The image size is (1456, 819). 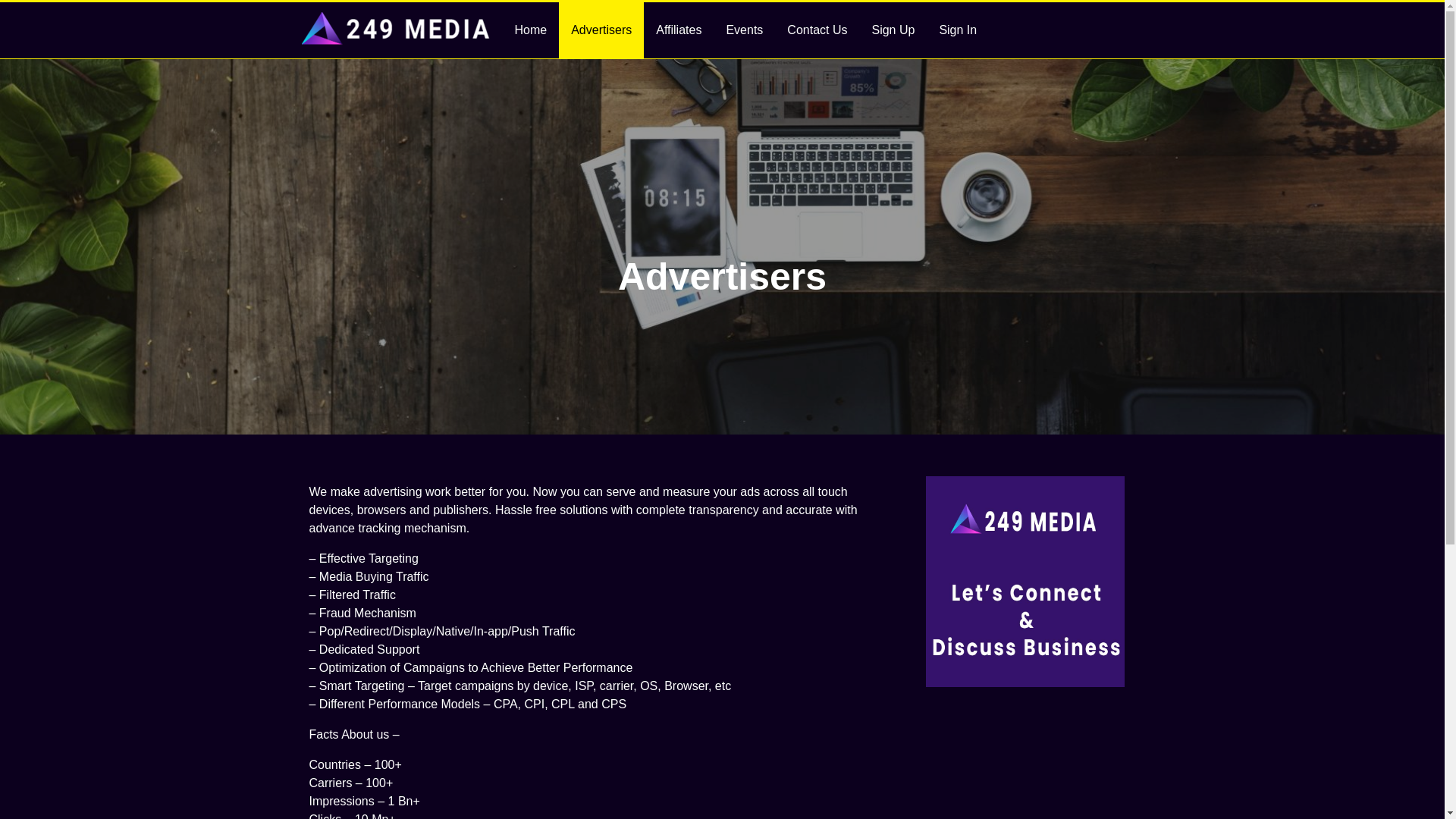 I want to click on 'Events', so click(x=744, y=30).